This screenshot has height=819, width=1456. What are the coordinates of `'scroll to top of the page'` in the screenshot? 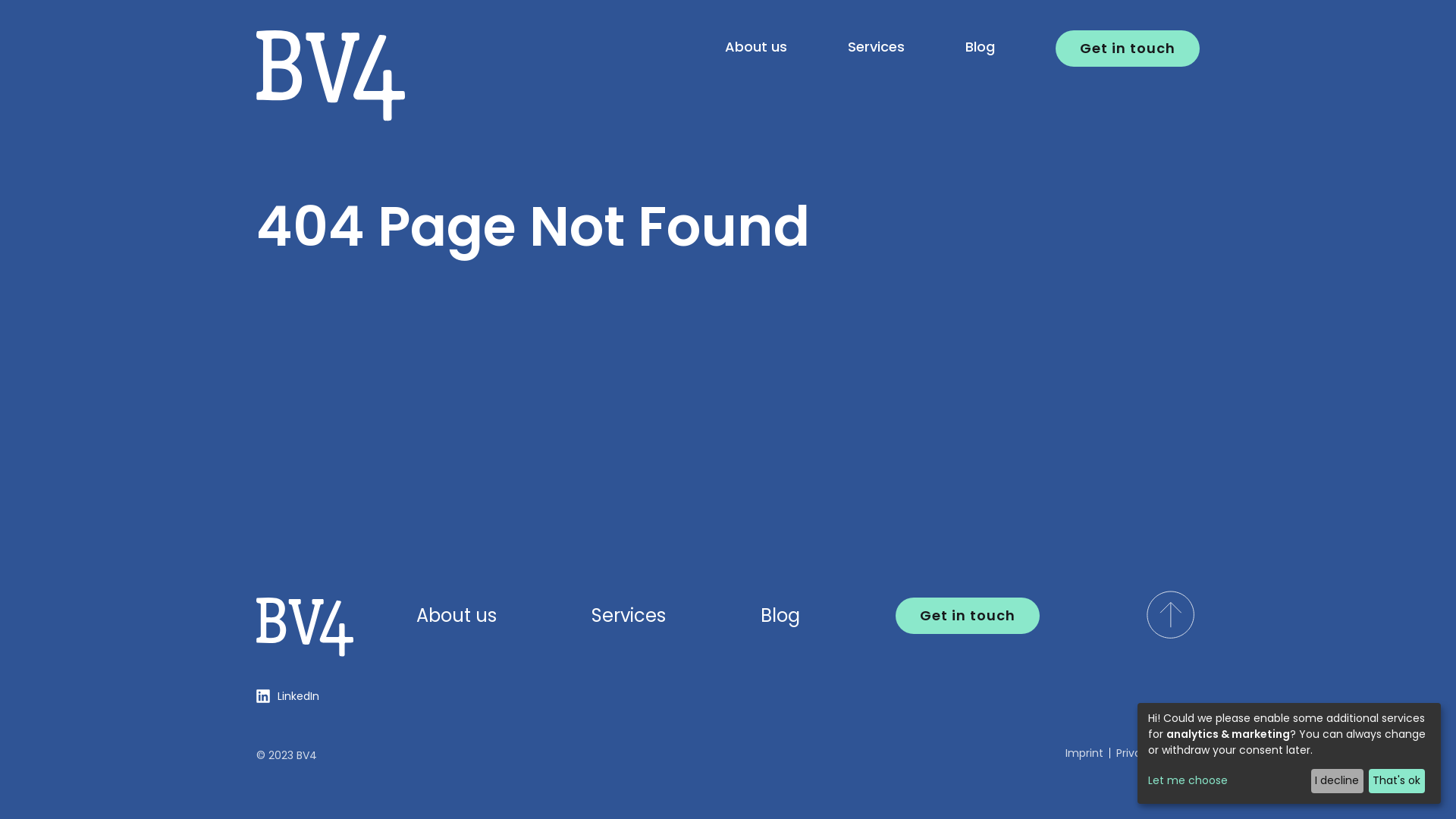 It's located at (1169, 614).